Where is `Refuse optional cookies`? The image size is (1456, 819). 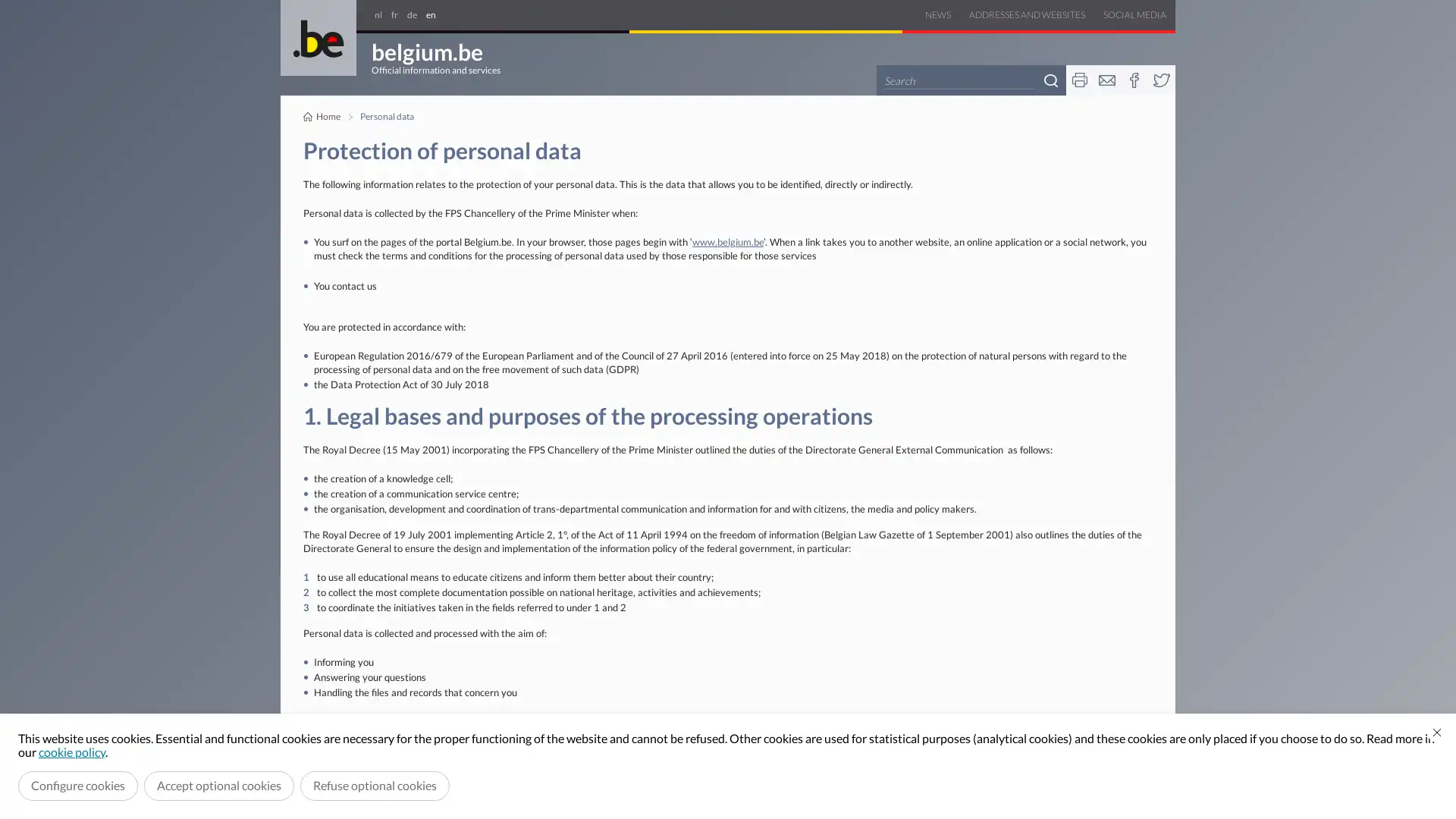
Refuse optional cookies is located at coordinates (375, 785).